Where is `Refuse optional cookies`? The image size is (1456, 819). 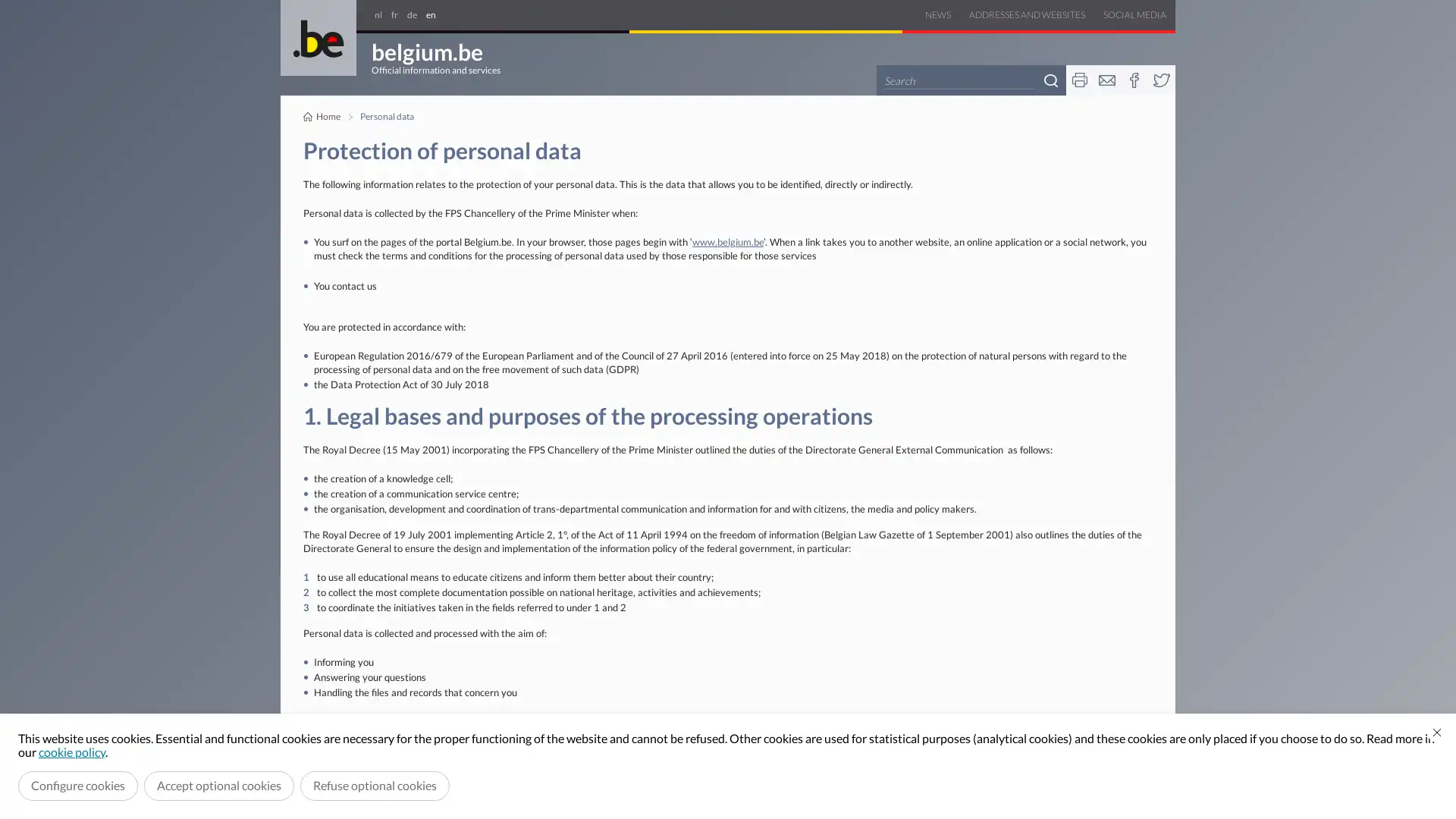
Refuse optional cookies is located at coordinates (375, 785).